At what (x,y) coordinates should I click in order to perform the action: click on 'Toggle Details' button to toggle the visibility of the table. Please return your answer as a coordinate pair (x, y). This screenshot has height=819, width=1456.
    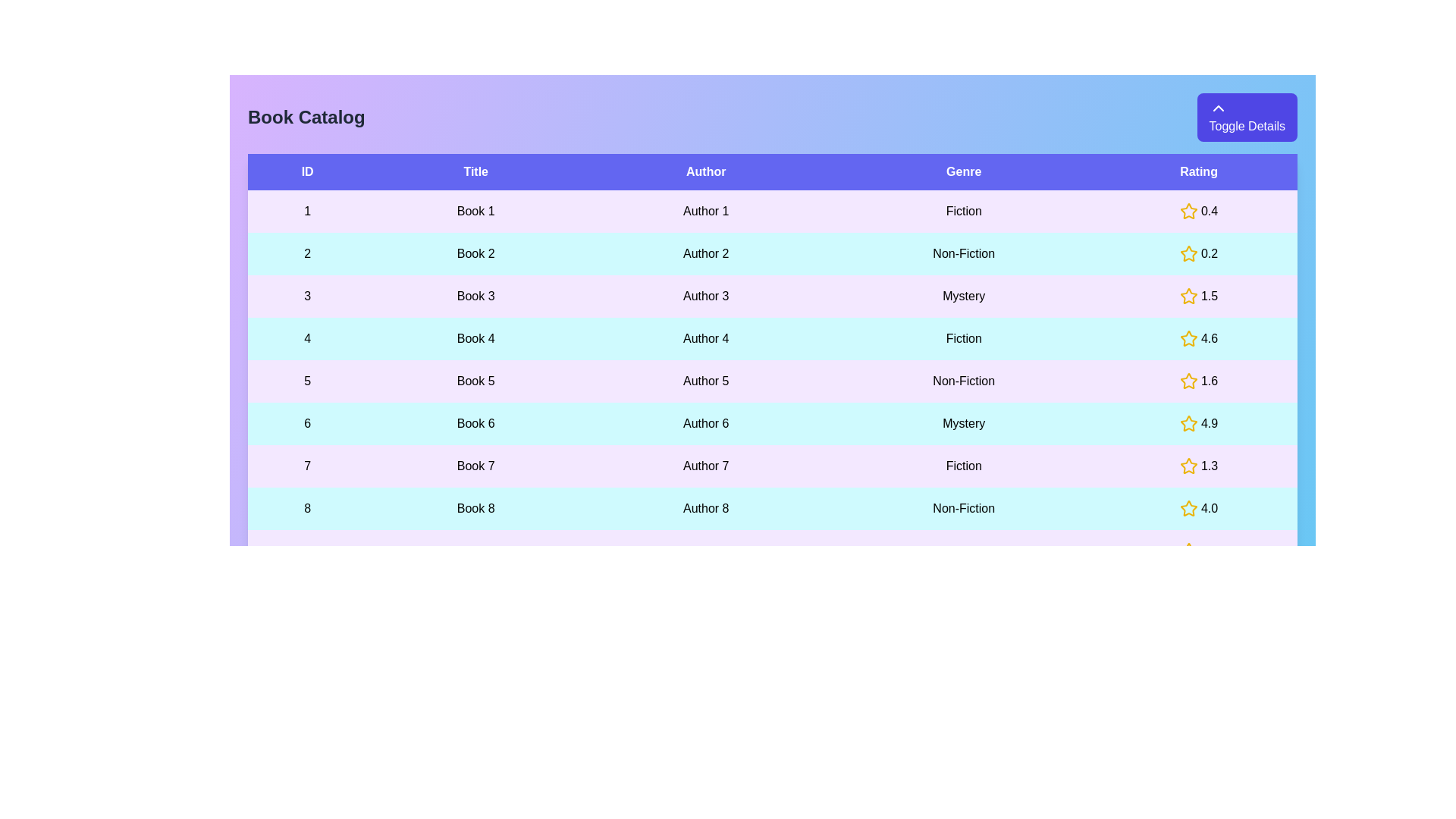
    Looking at the image, I should click on (1247, 116).